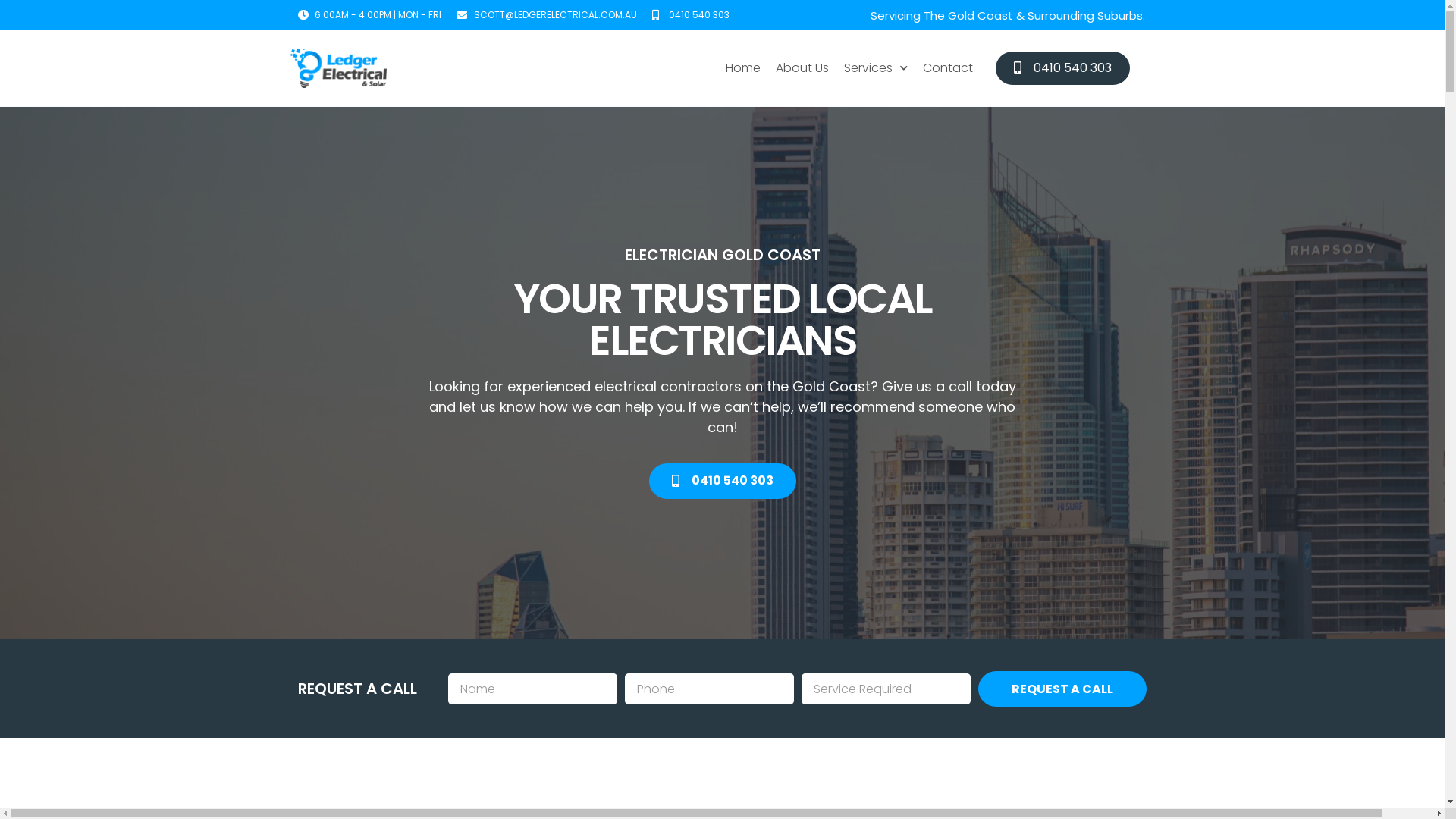  What do you see at coordinates (690, 14) in the screenshot?
I see `'0410 540 303'` at bounding box center [690, 14].